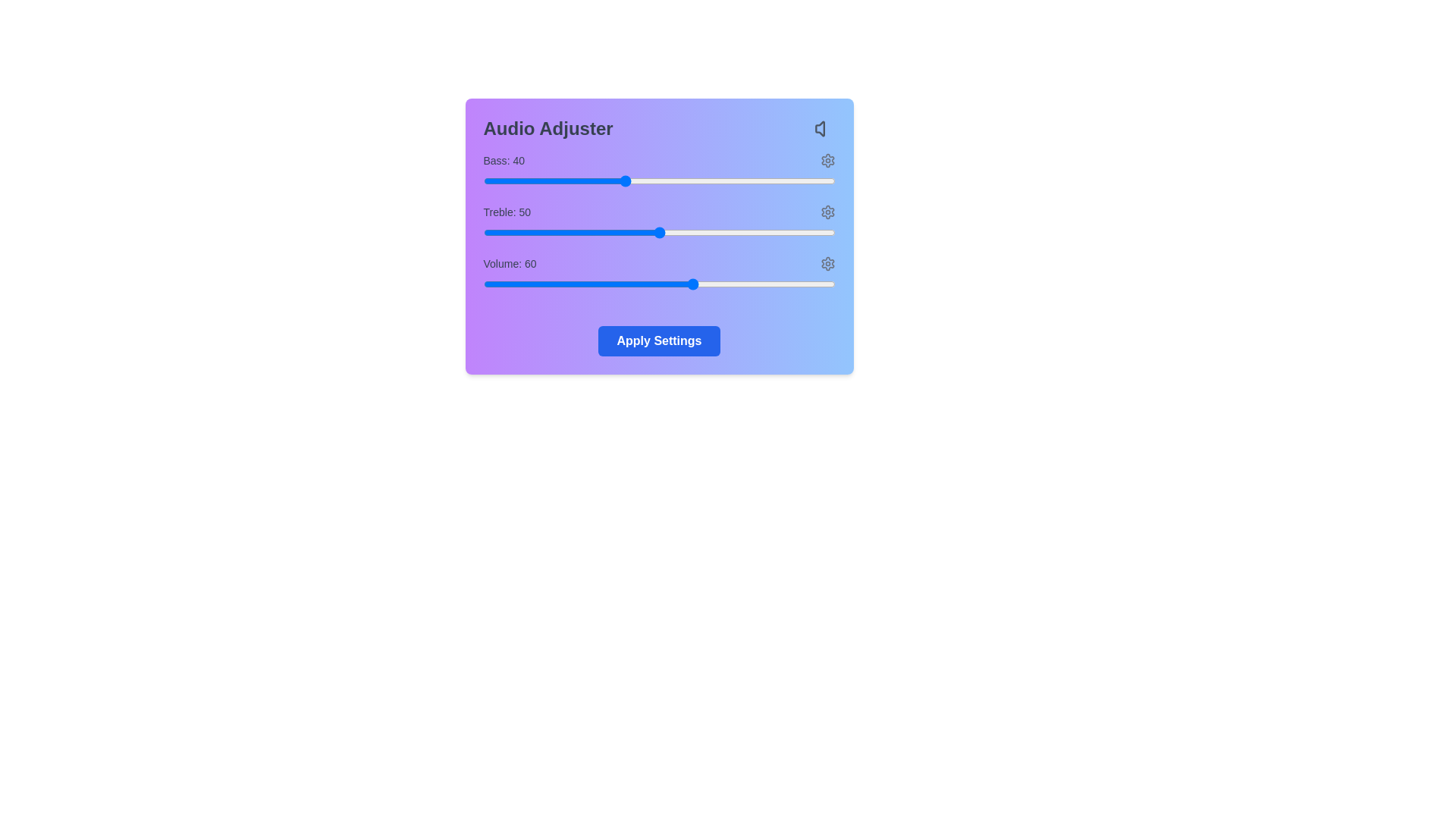  What do you see at coordinates (697, 233) in the screenshot?
I see `the treble level` at bounding box center [697, 233].